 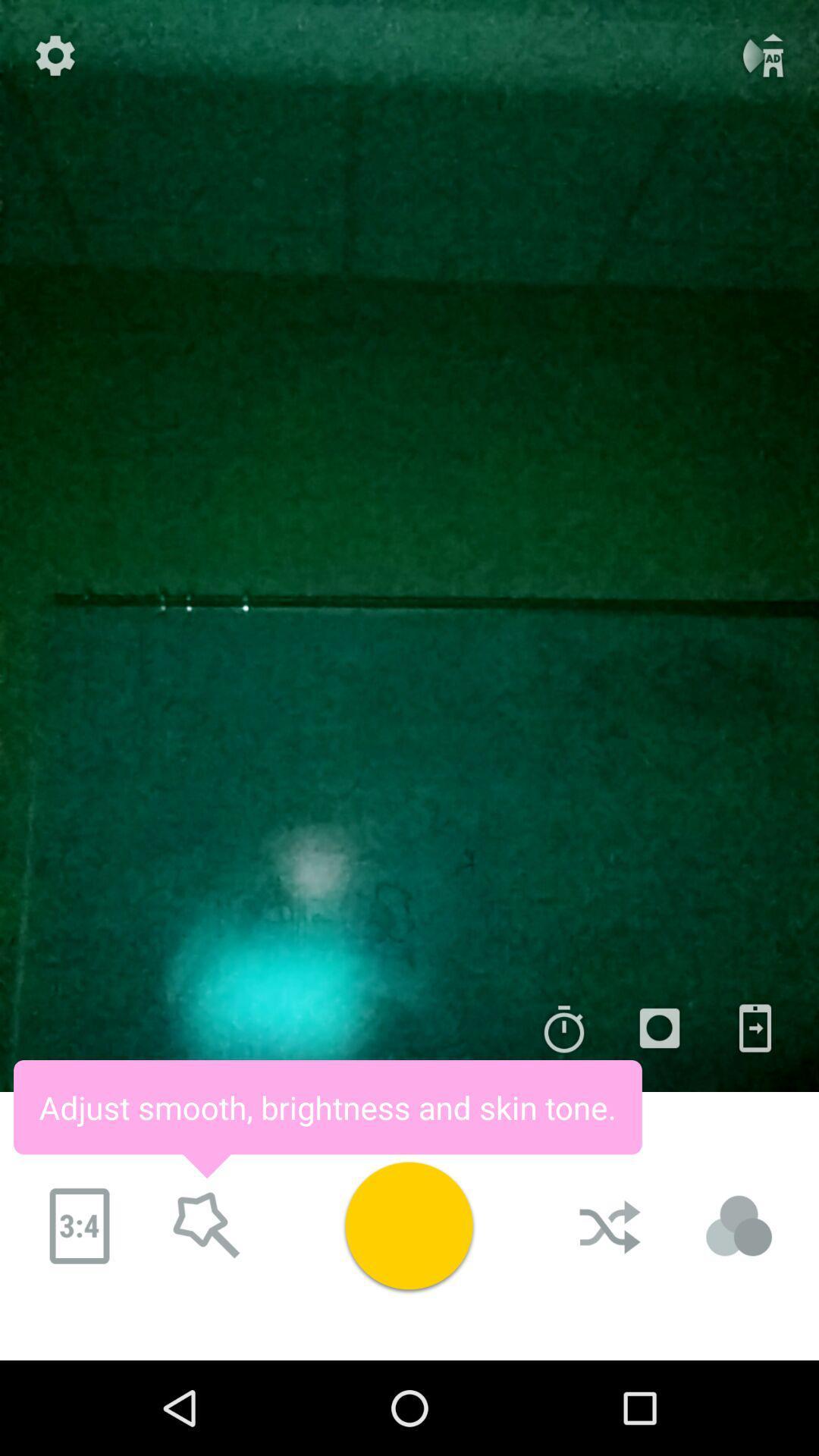 What do you see at coordinates (408, 1225) in the screenshot?
I see `take picture` at bounding box center [408, 1225].